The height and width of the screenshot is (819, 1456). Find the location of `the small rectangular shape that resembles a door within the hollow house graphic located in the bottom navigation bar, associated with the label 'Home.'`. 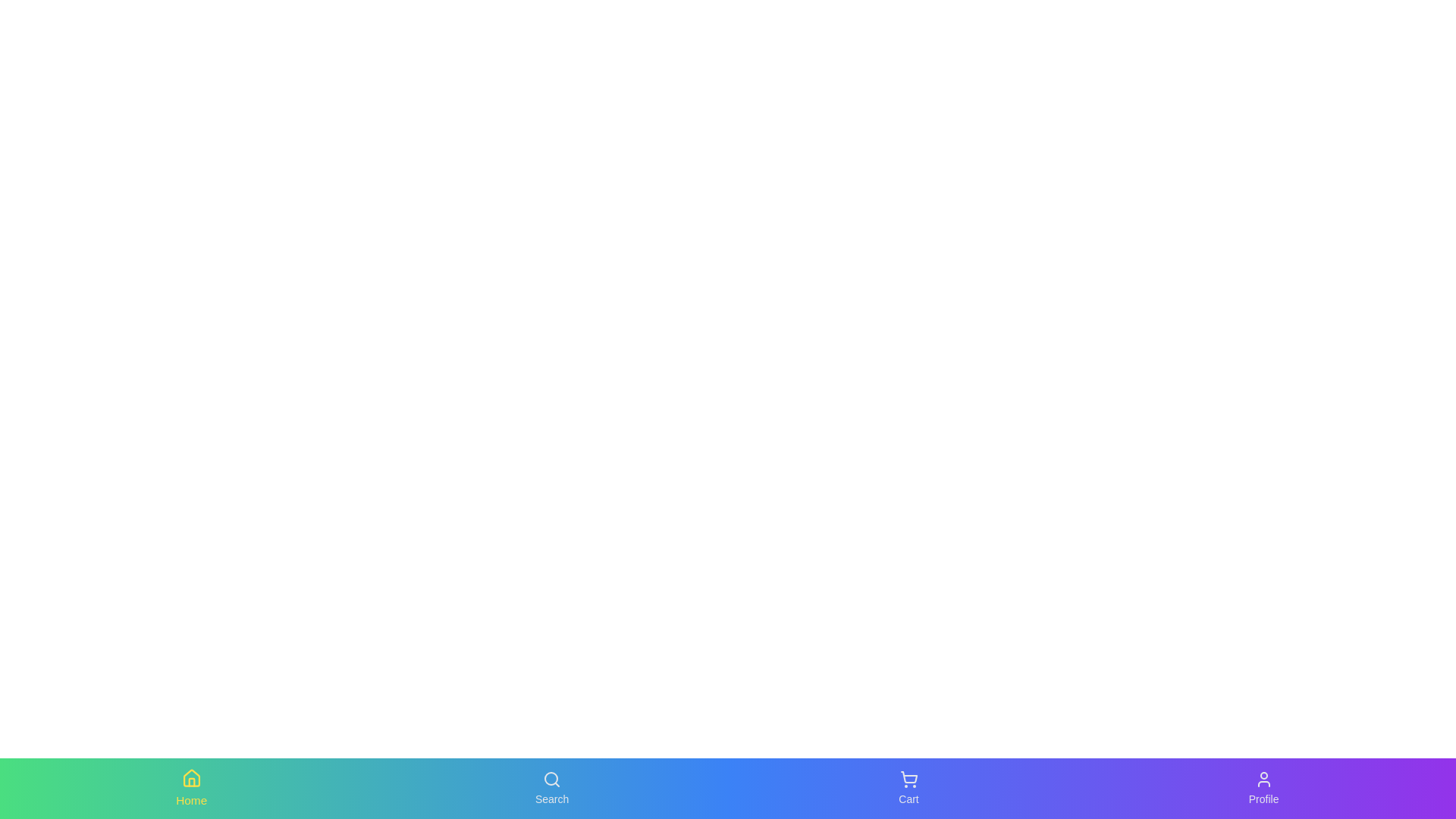

the small rectangular shape that resembles a door within the hollow house graphic located in the bottom navigation bar, associated with the label 'Home.' is located at coordinates (190, 782).